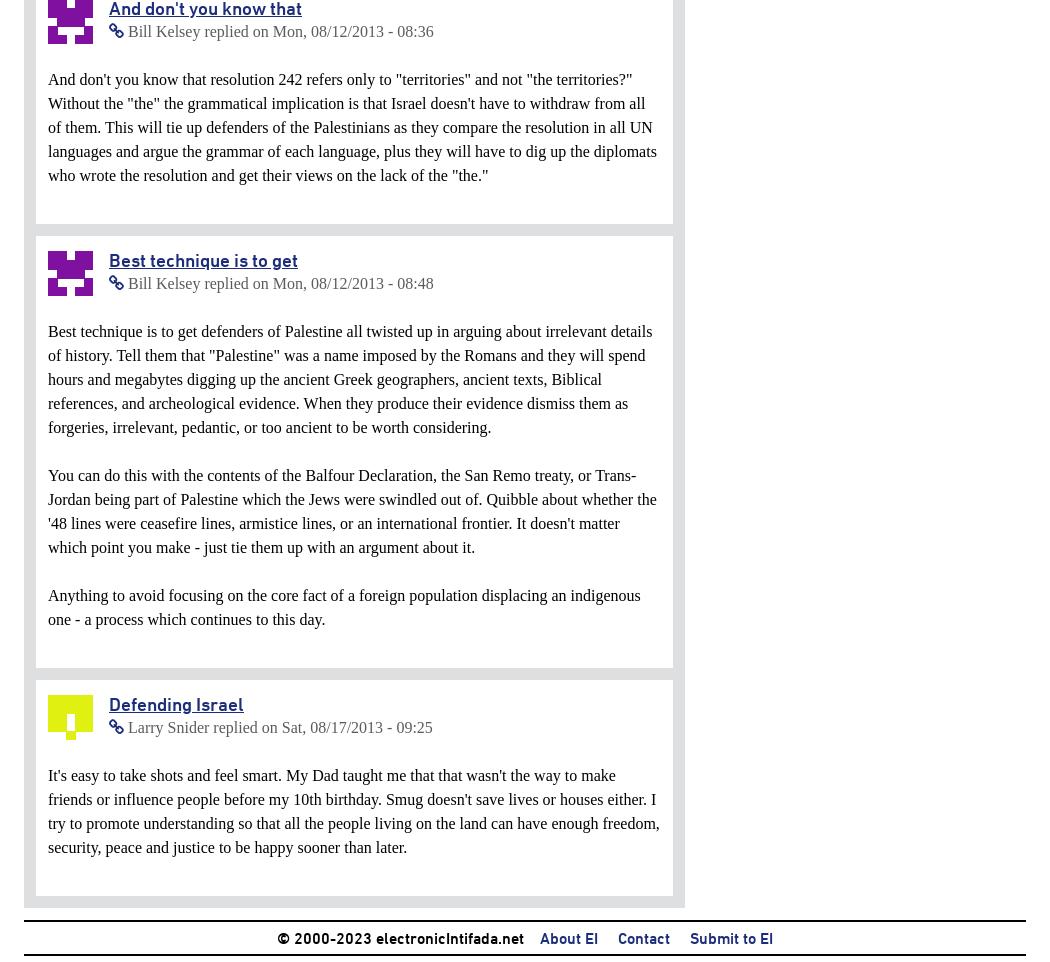  I want to click on 'Mon, 08/12/2013 - 08:48', so click(351, 283).